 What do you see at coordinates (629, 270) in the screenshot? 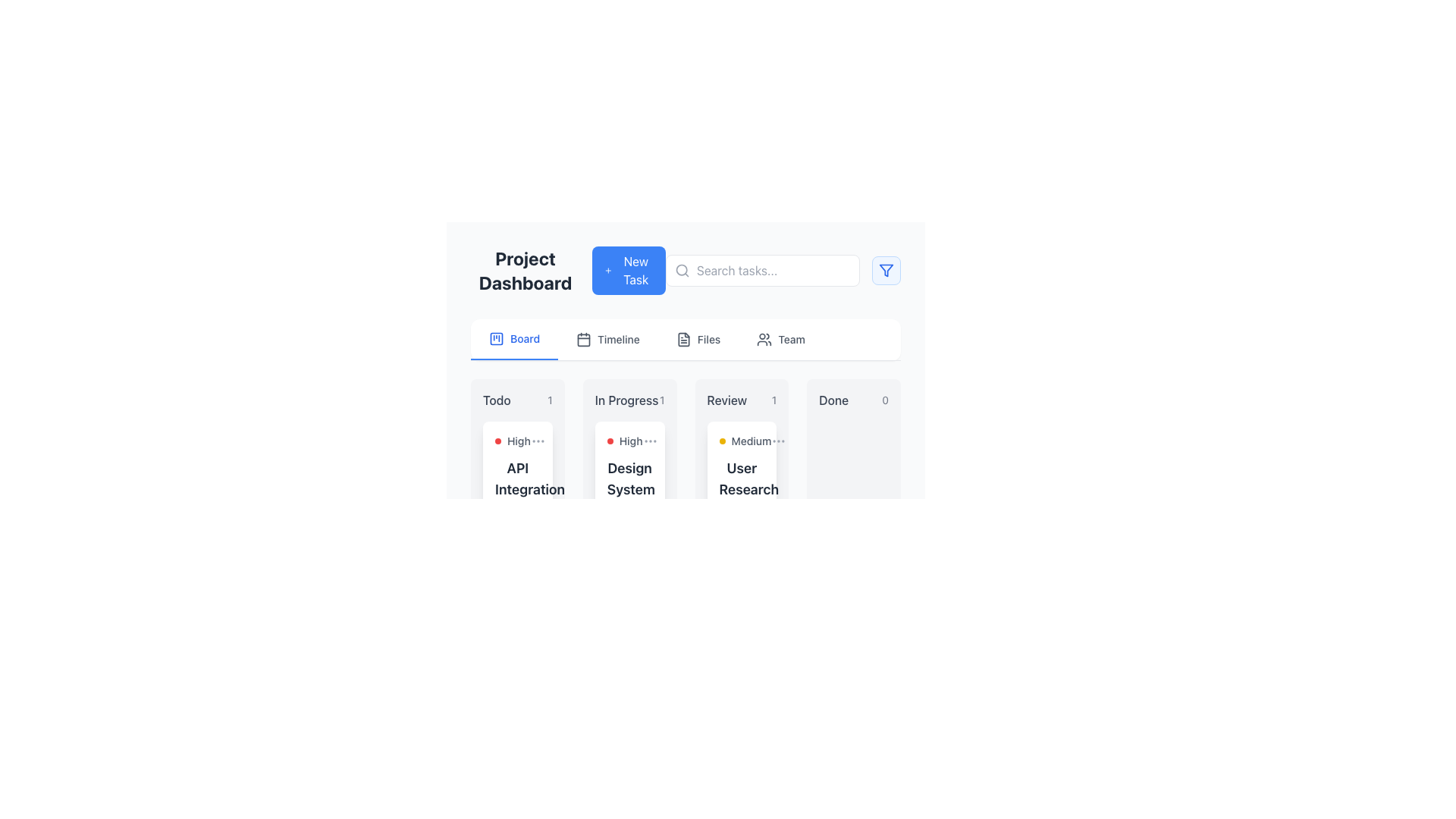
I see `the blue rectangular button labeled 'New Task' with a plus icon to trigger the hover effects` at bounding box center [629, 270].